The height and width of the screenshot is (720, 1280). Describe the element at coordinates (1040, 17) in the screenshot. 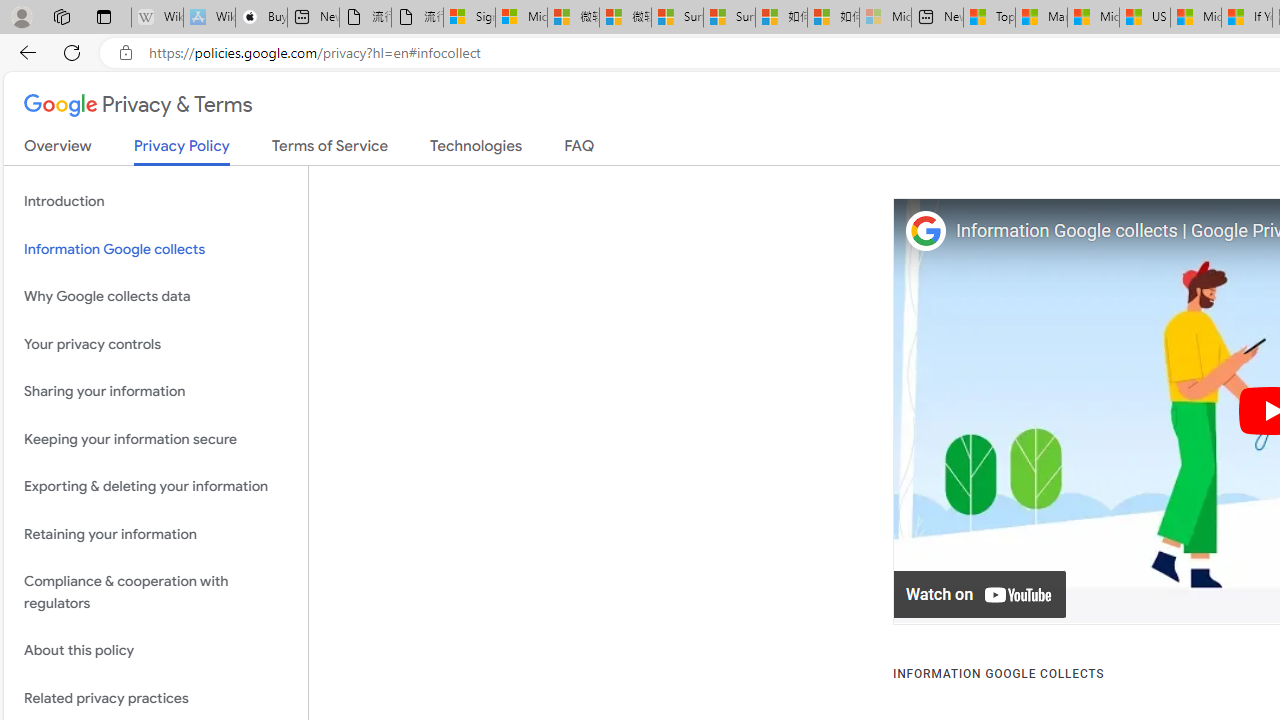

I see `'Marine life - MSN'` at that location.